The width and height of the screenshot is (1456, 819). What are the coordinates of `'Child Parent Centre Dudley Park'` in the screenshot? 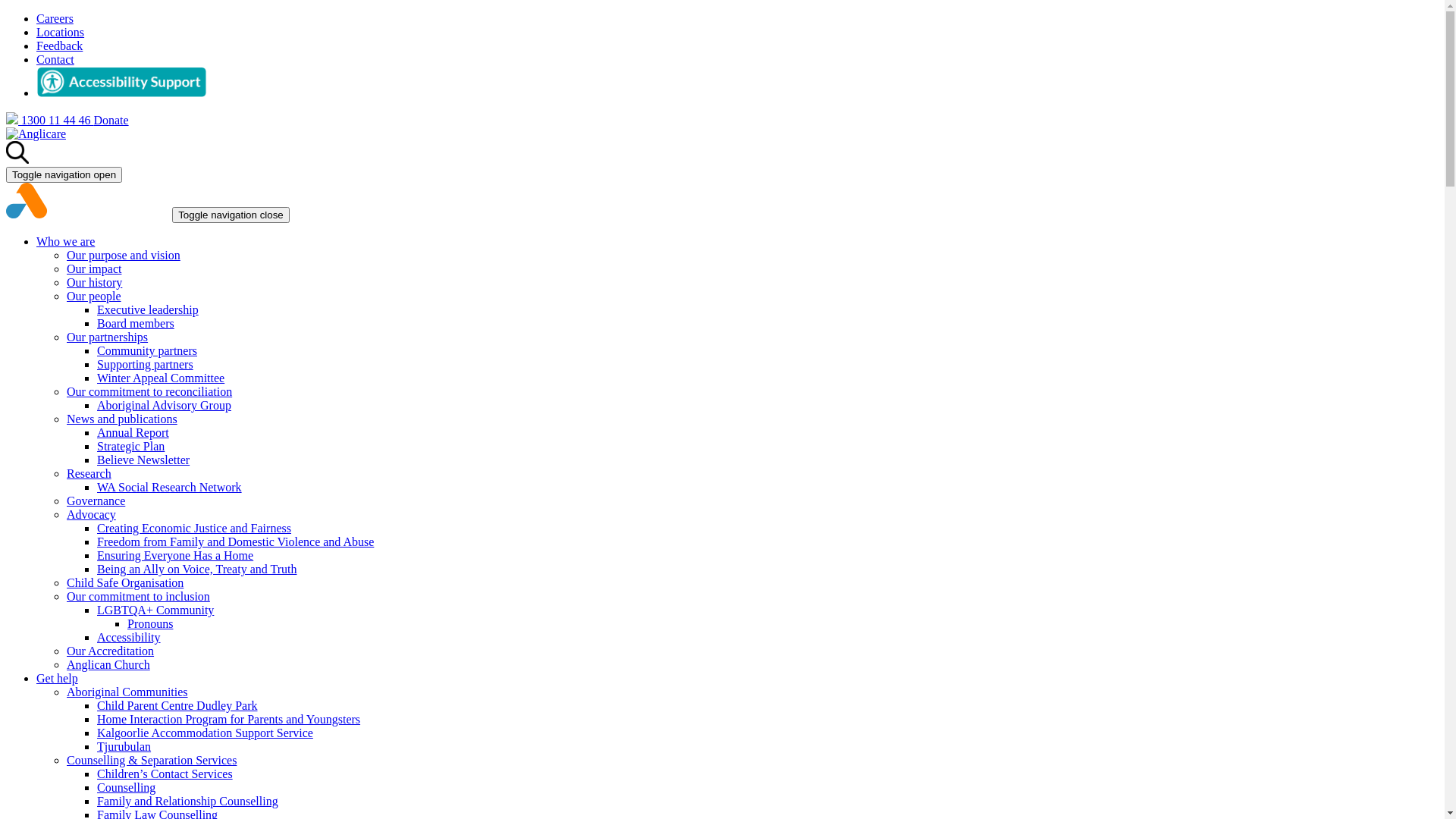 It's located at (177, 705).